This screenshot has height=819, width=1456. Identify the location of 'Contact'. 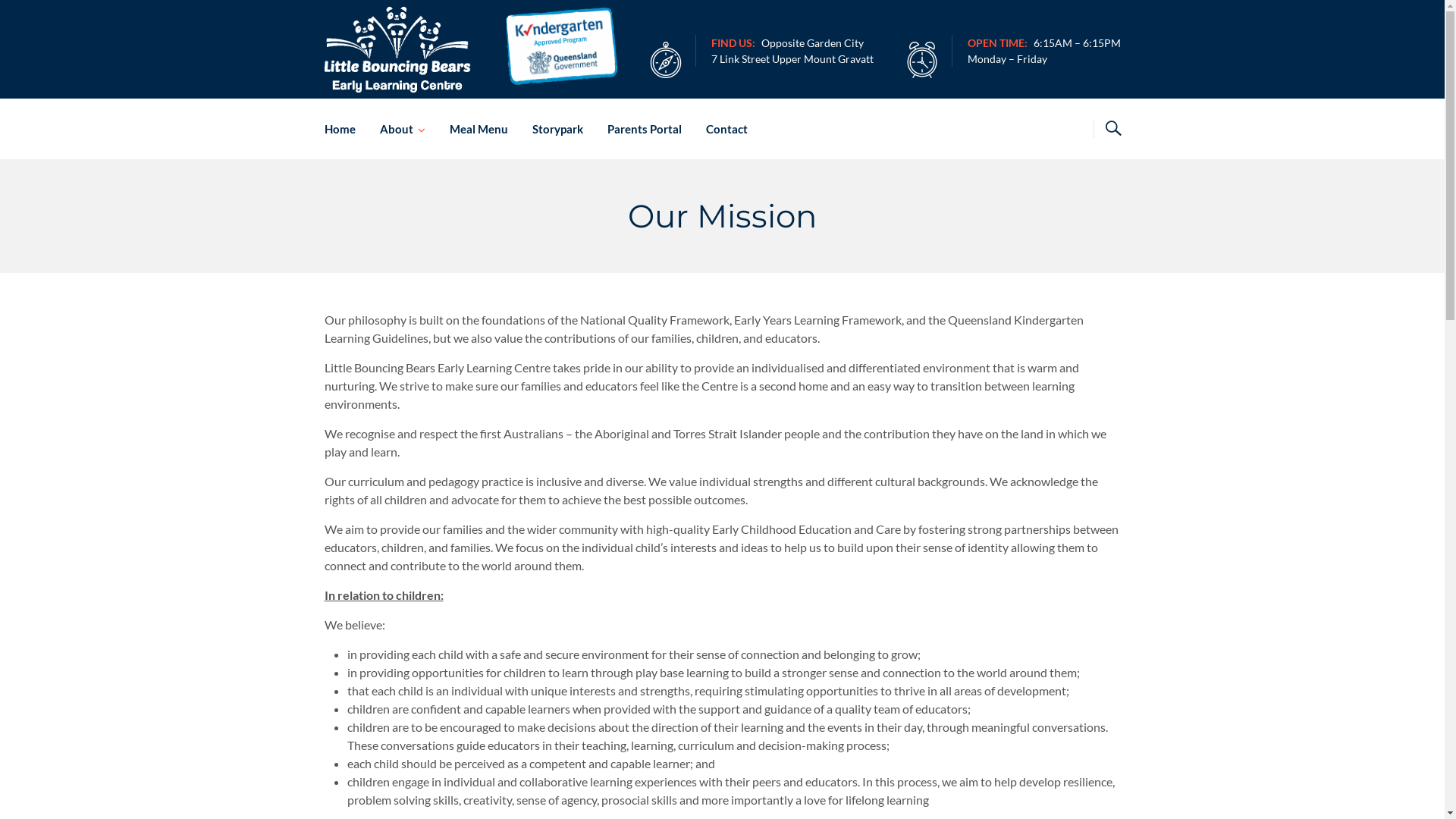
(719, 127).